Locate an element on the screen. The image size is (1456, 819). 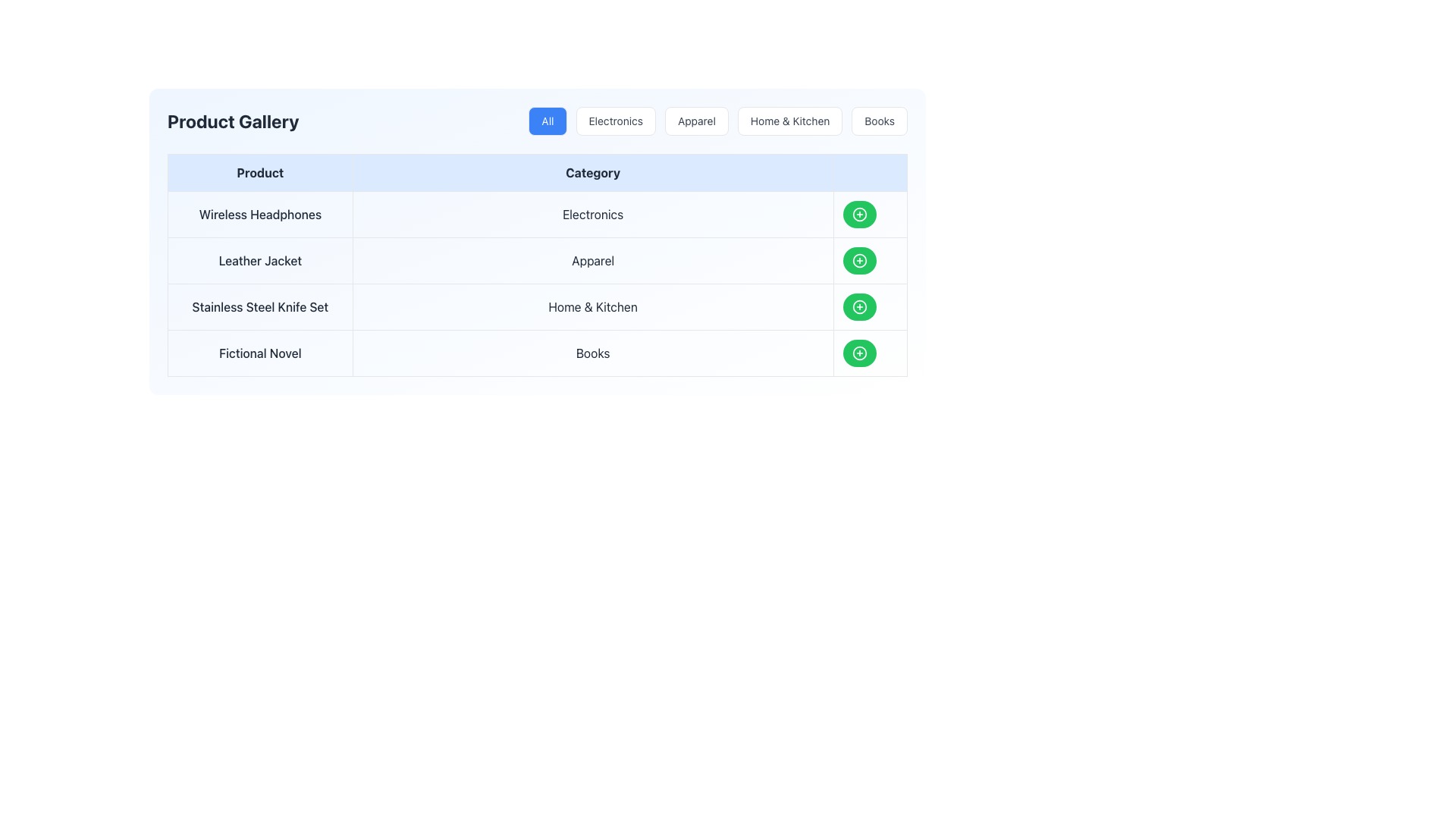
the button located in the second row under the 'Category' column, adjacent to 'Apparel' is located at coordinates (859, 259).